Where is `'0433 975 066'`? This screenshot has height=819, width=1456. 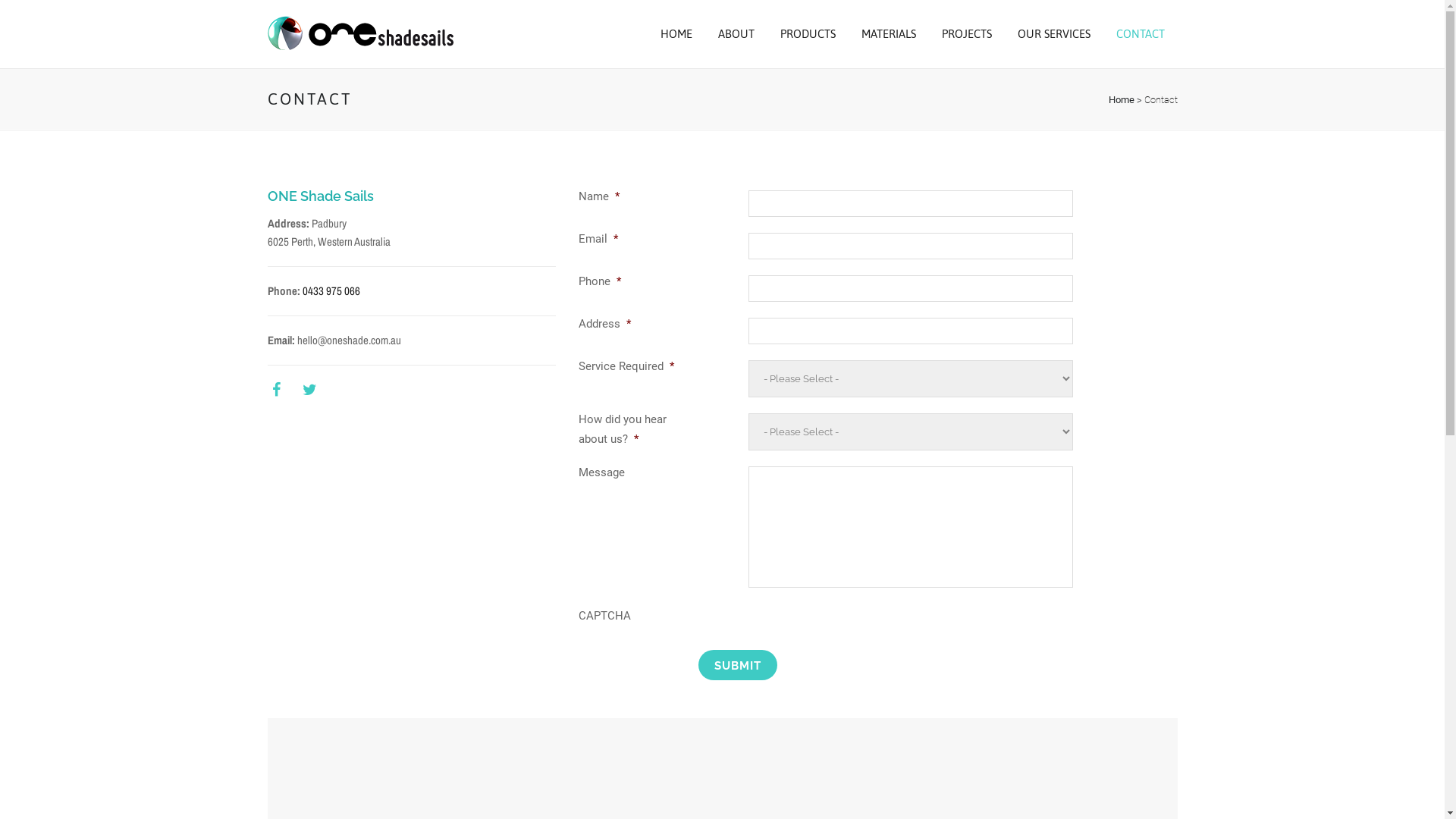 '0433 975 066' is located at coordinates (330, 290).